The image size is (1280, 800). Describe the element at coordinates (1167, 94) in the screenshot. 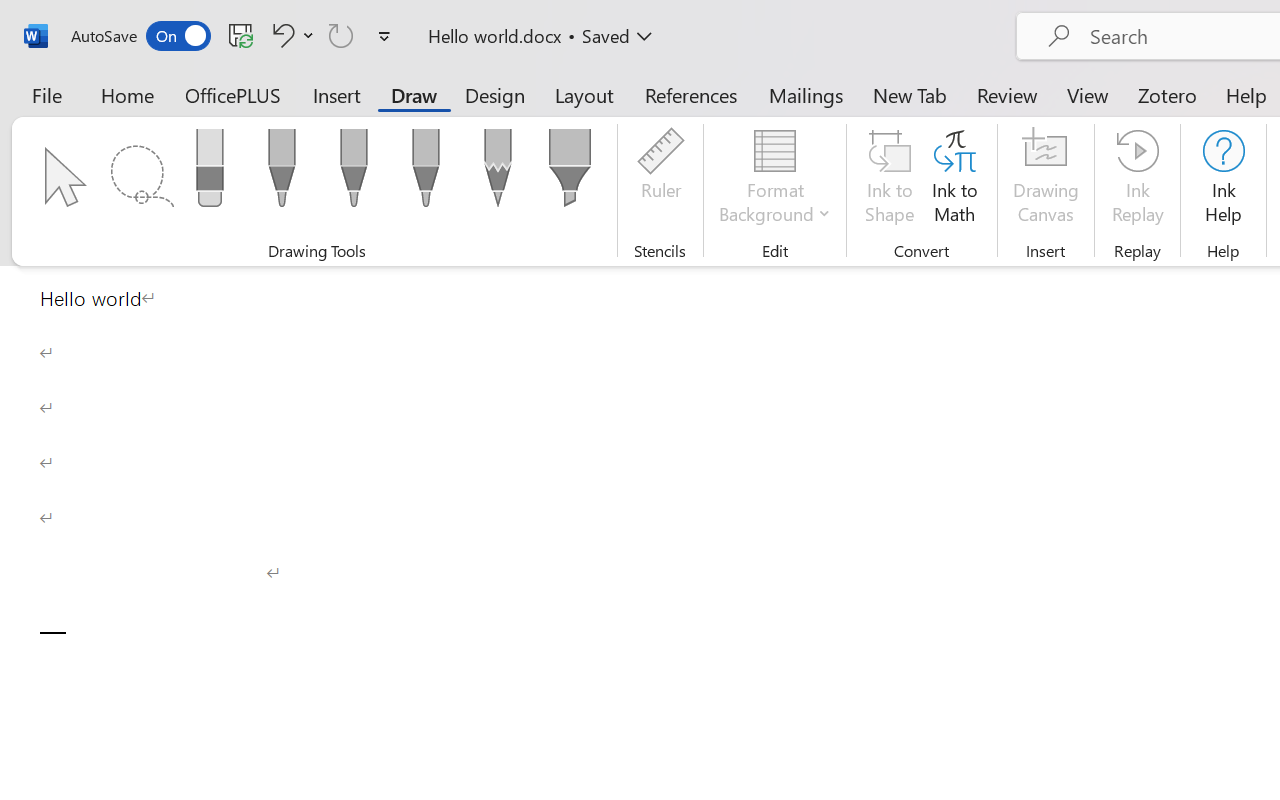

I see `'Zotero'` at that location.